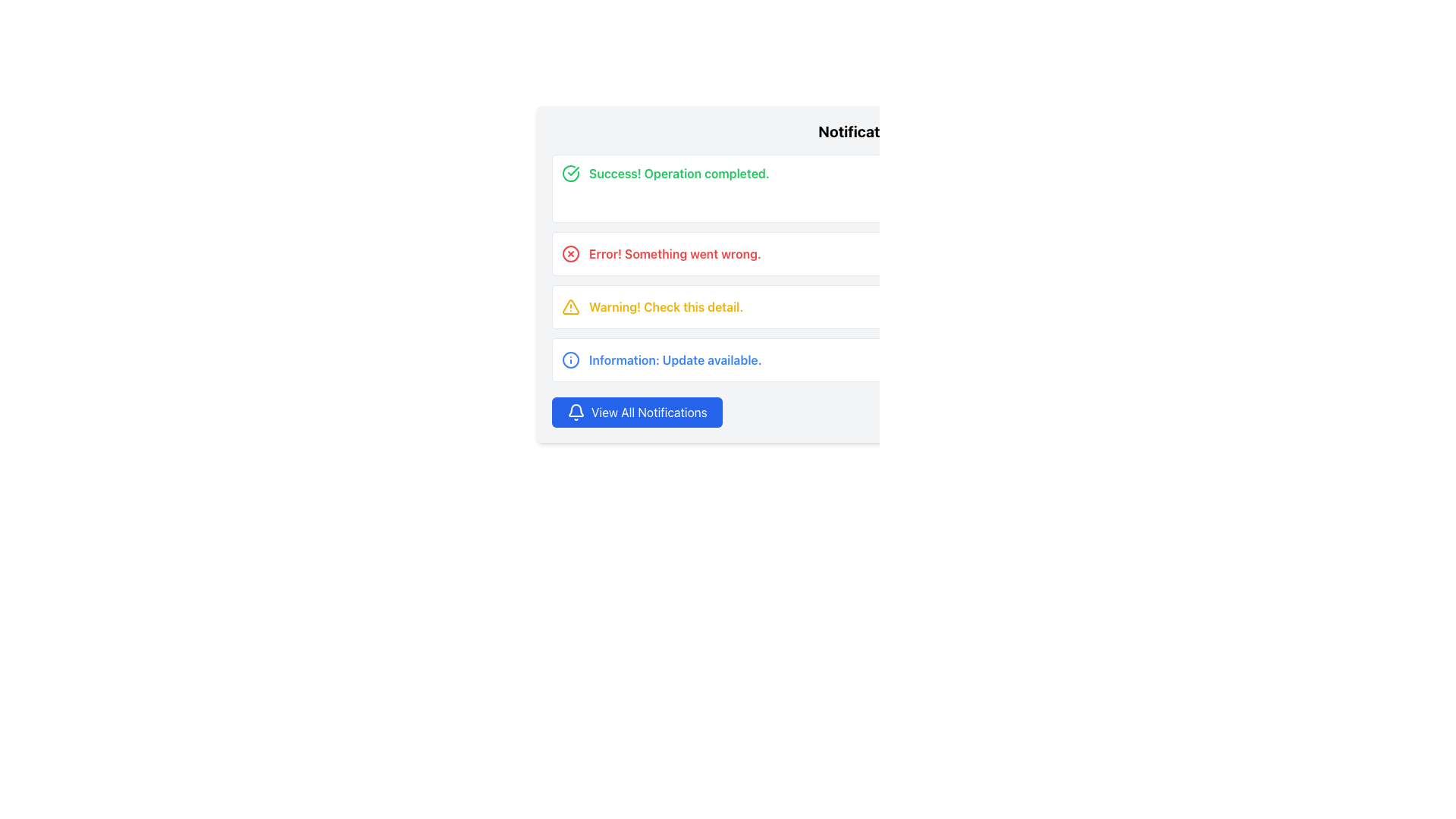 This screenshot has height=819, width=1456. I want to click on the decorative icon located to the left of the text 'Information: Update available.', which is the fourth notification entry in the column of notifications, so click(570, 359).